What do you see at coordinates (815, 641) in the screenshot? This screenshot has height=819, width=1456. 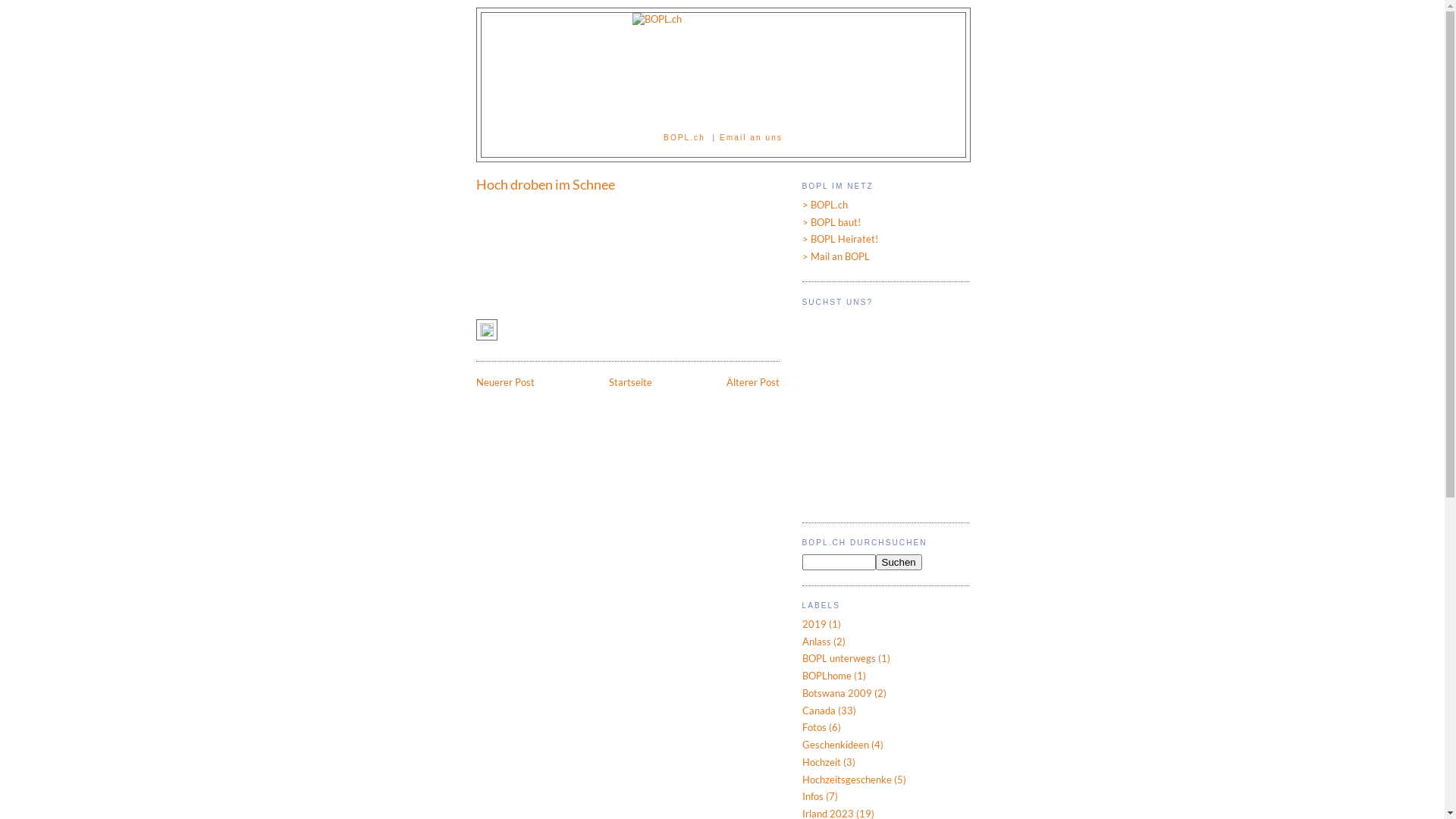 I see `'Anlass'` at bounding box center [815, 641].